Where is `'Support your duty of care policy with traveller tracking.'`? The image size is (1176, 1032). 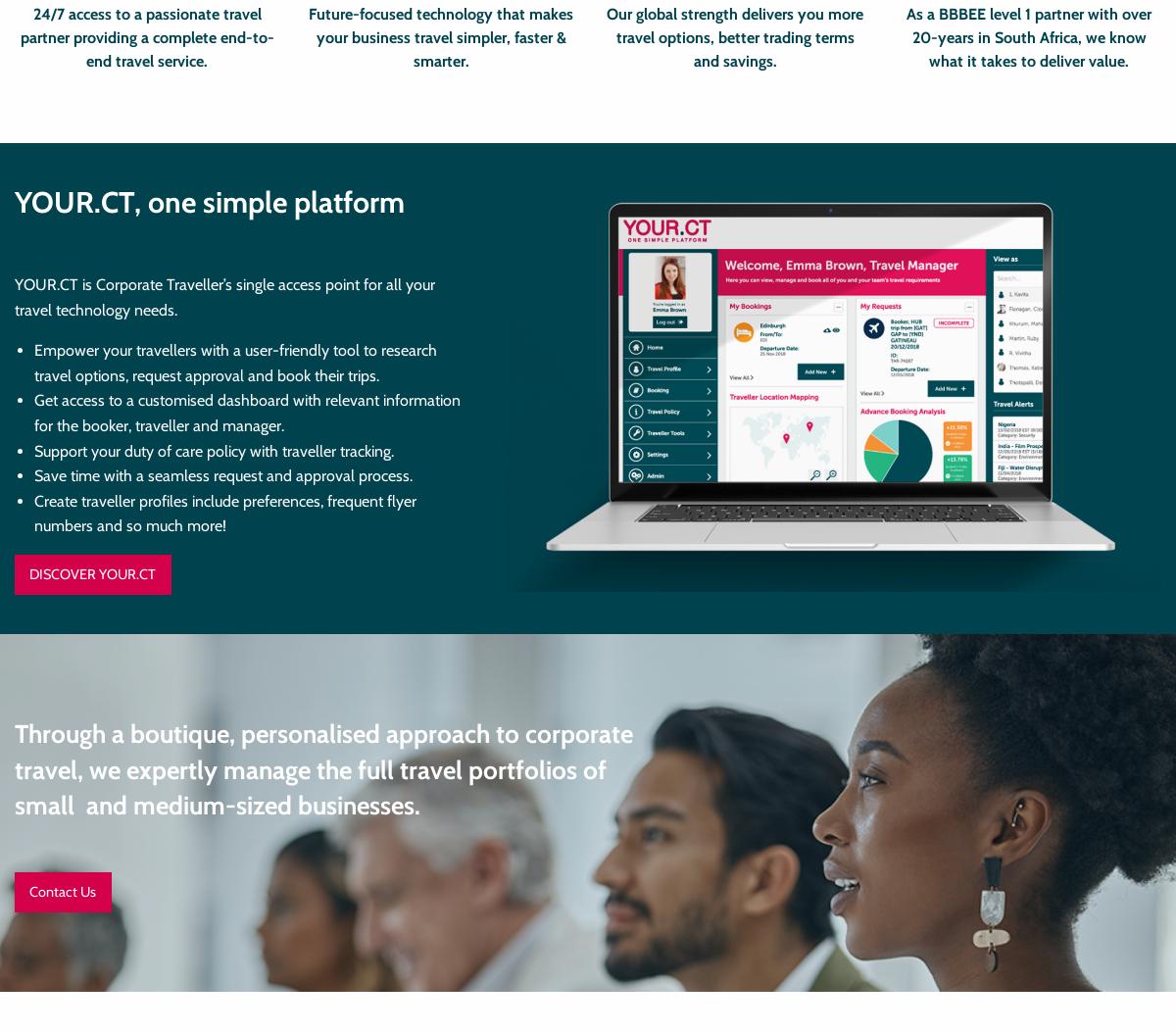 'Support your duty of care policy with traveller tracking.' is located at coordinates (213, 449).